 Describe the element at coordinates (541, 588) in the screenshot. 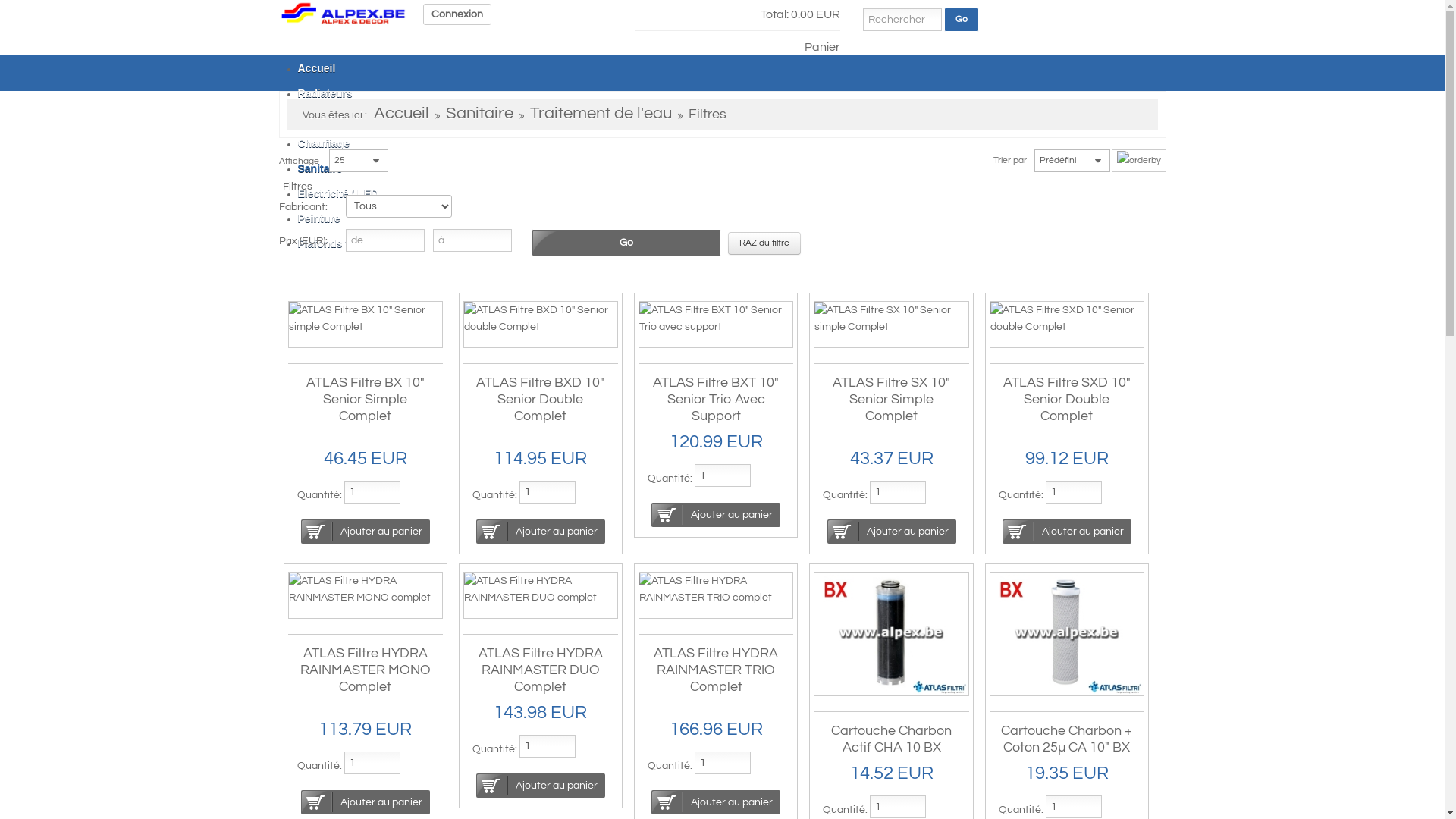

I see `'ATLAS Filtre HYDRA RAINMASTER DUO complet'` at that location.